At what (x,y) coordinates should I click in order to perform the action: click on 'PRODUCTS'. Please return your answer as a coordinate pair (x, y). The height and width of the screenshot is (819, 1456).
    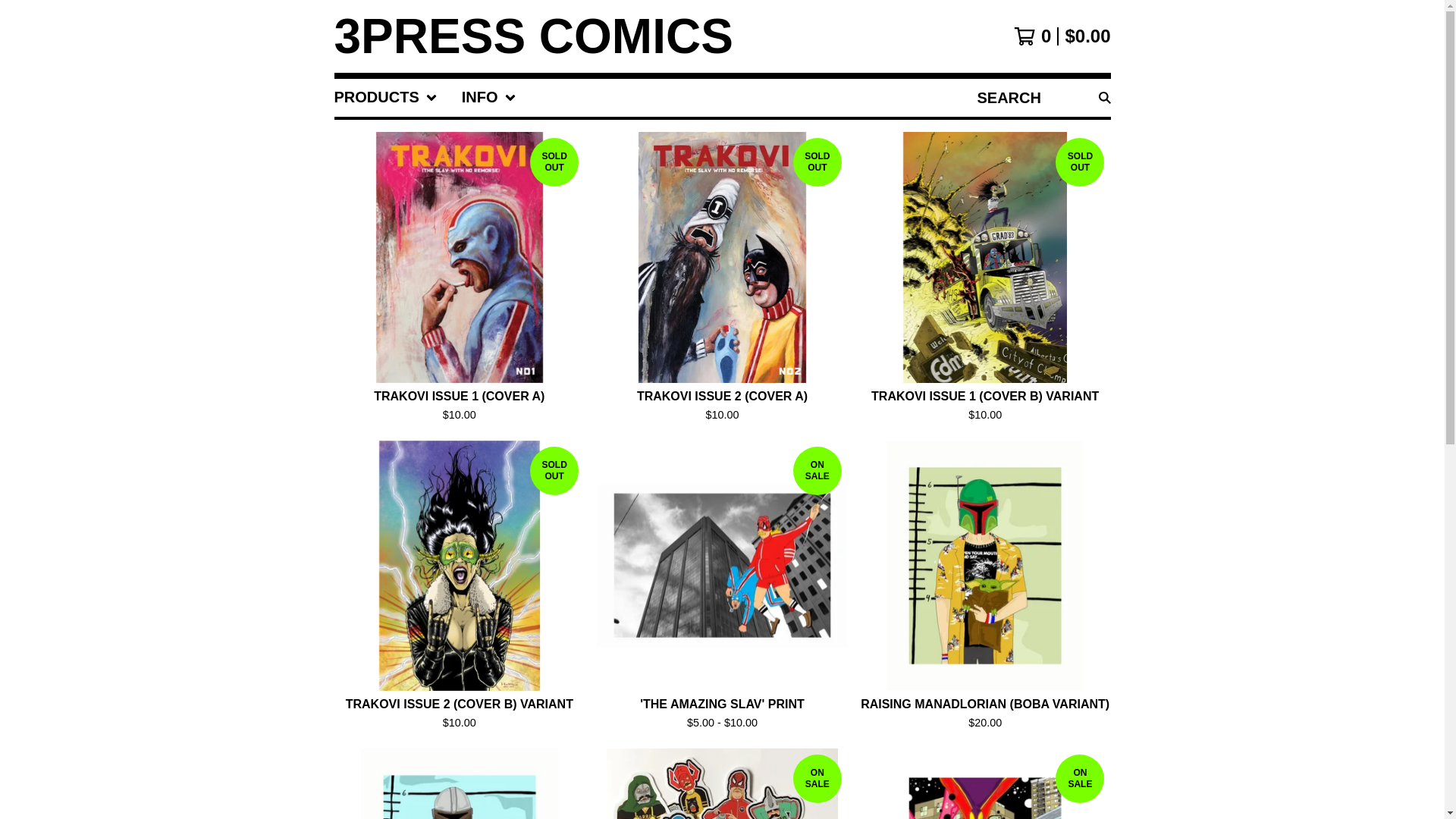
    Looking at the image, I should click on (385, 97).